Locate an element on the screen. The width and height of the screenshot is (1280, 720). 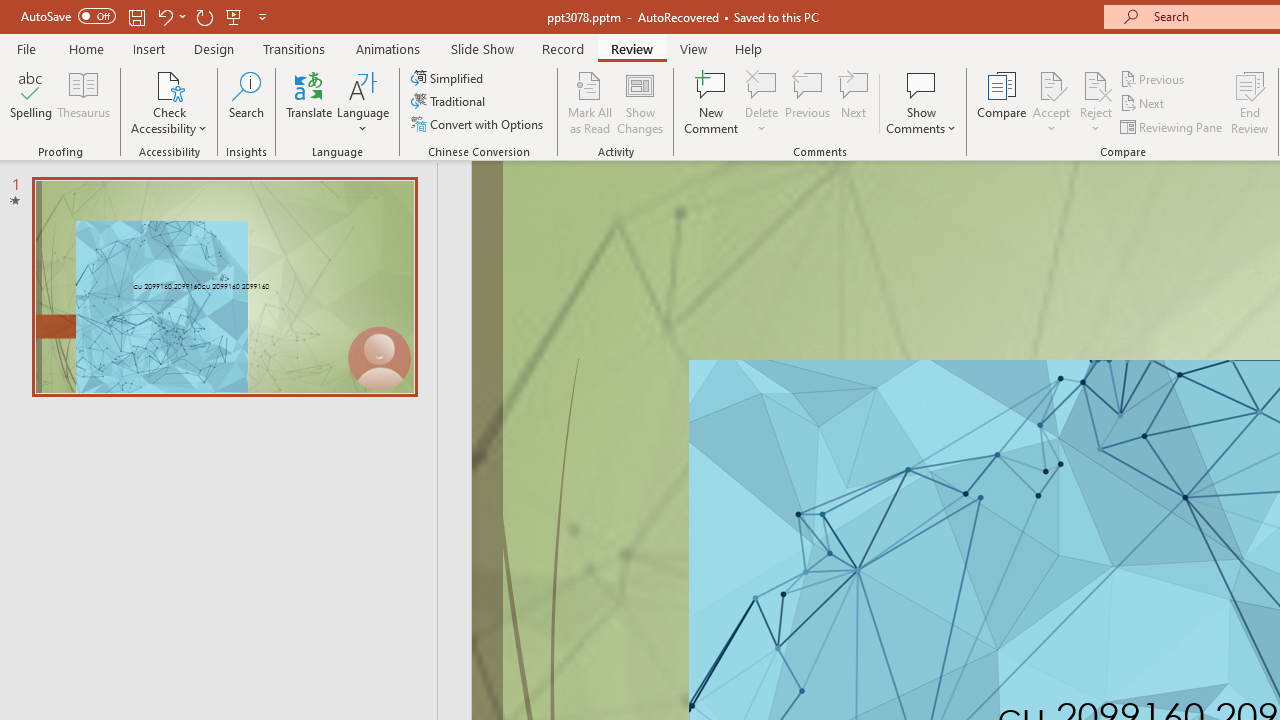
'End Review' is located at coordinates (1248, 103).